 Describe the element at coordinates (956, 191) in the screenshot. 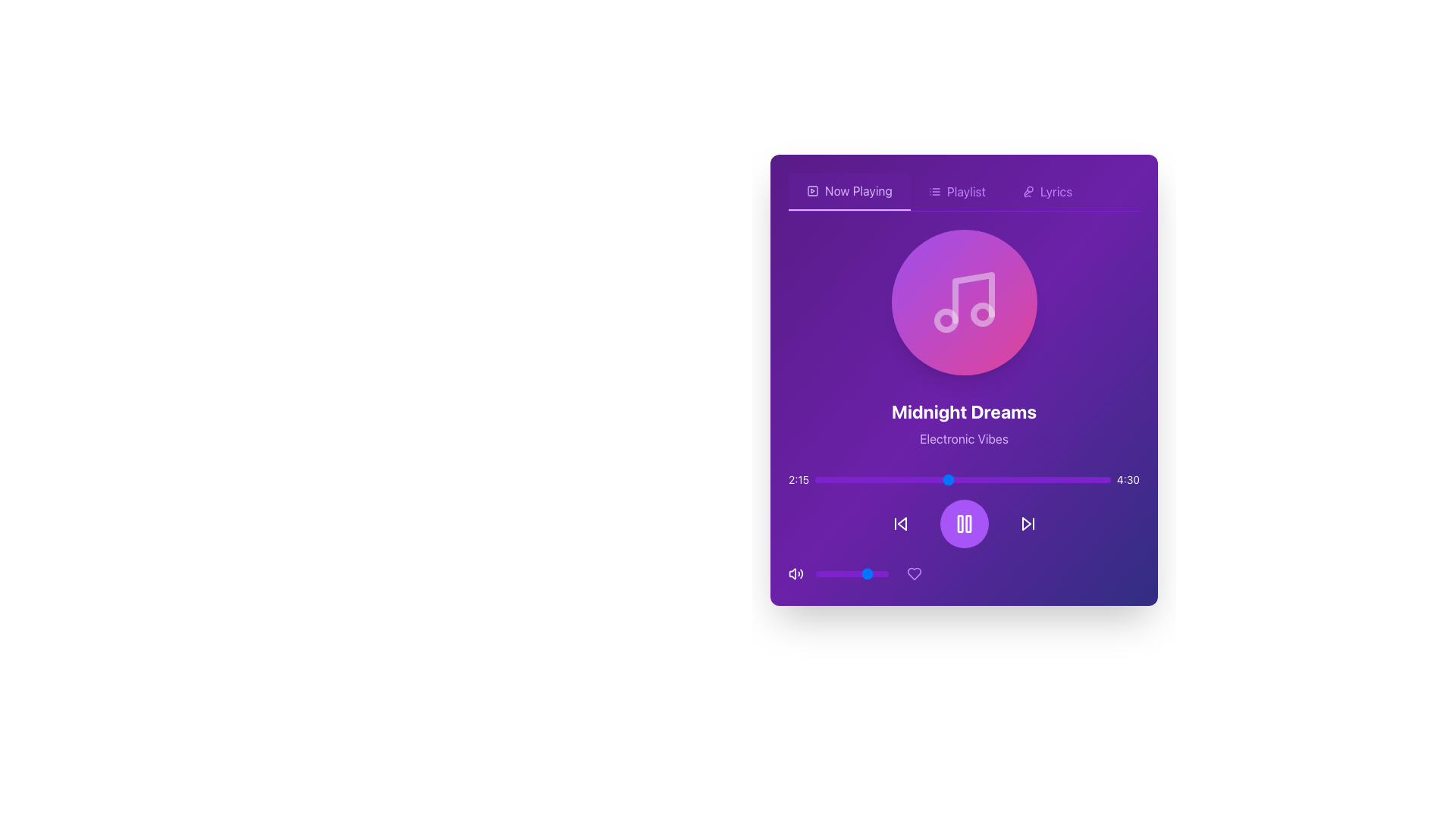

I see `the 'Playlist' navigation tab, which is a clickable text label in purple color with a list icon on its left, located in the upper section of the interface between 'Now Playing' and 'Lyrics'` at that location.